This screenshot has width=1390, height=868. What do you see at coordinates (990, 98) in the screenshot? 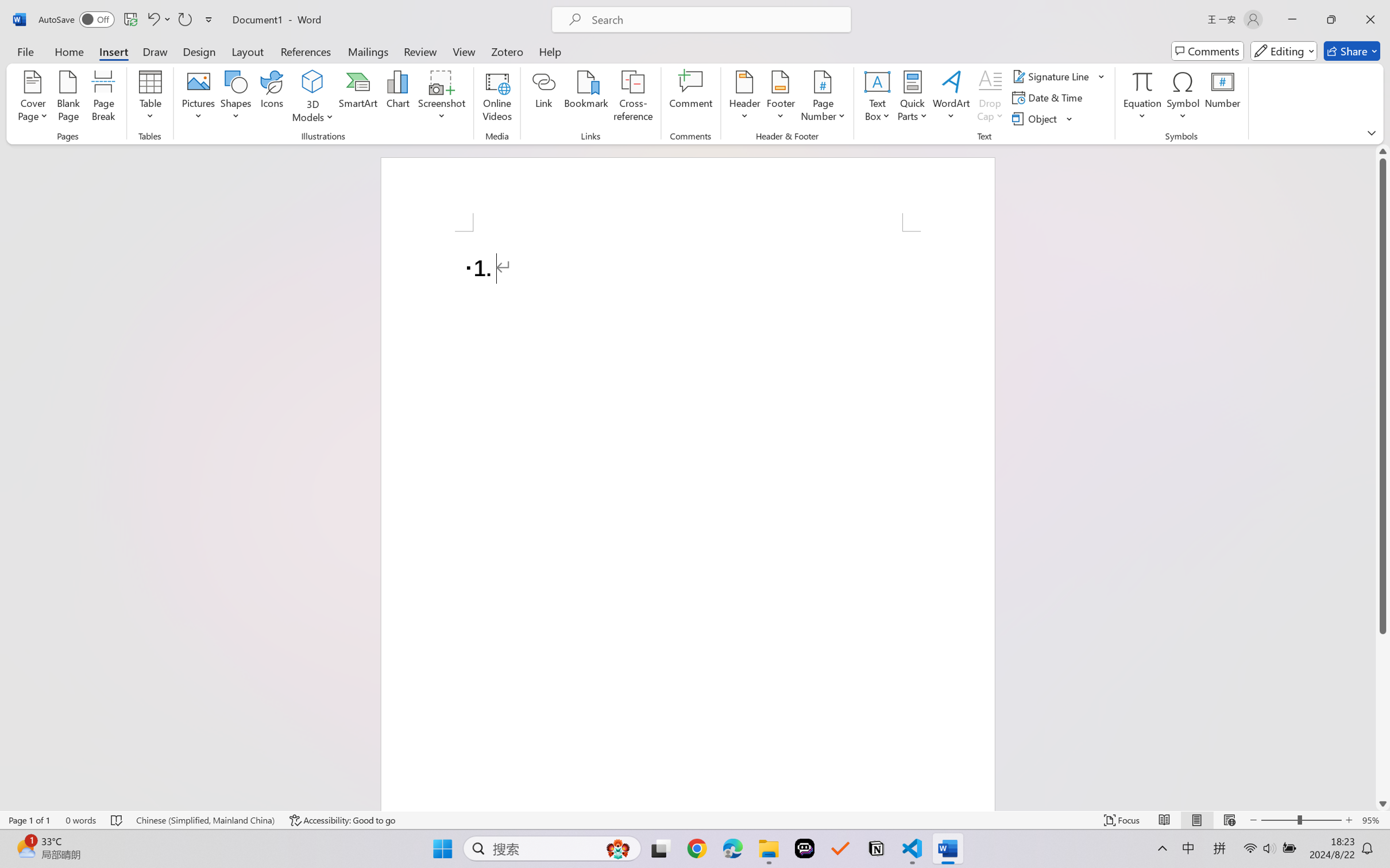
I see `'Drop Cap'` at bounding box center [990, 98].